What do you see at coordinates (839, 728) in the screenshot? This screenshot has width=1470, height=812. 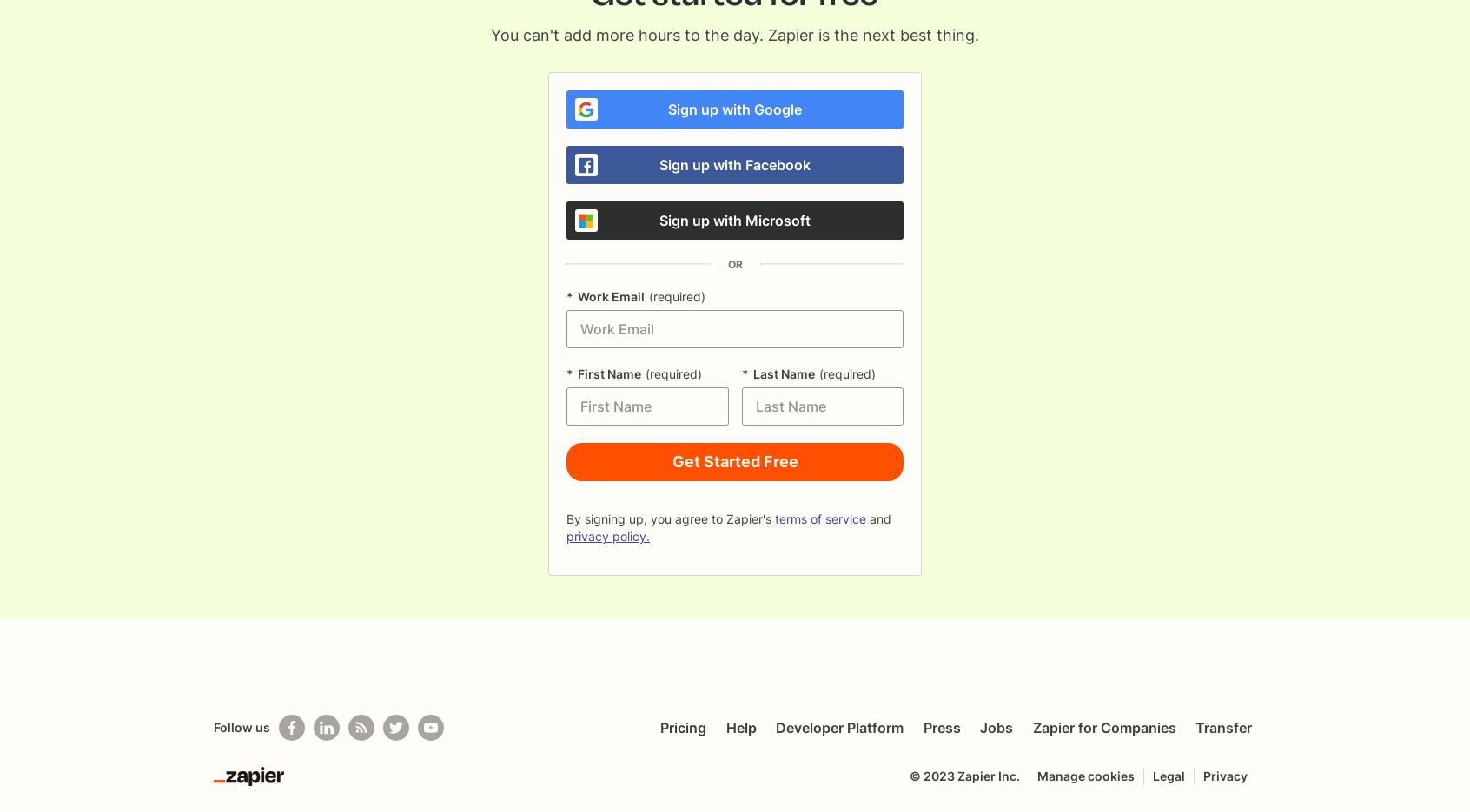 I see `'Developer Platform'` at bounding box center [839, 728].